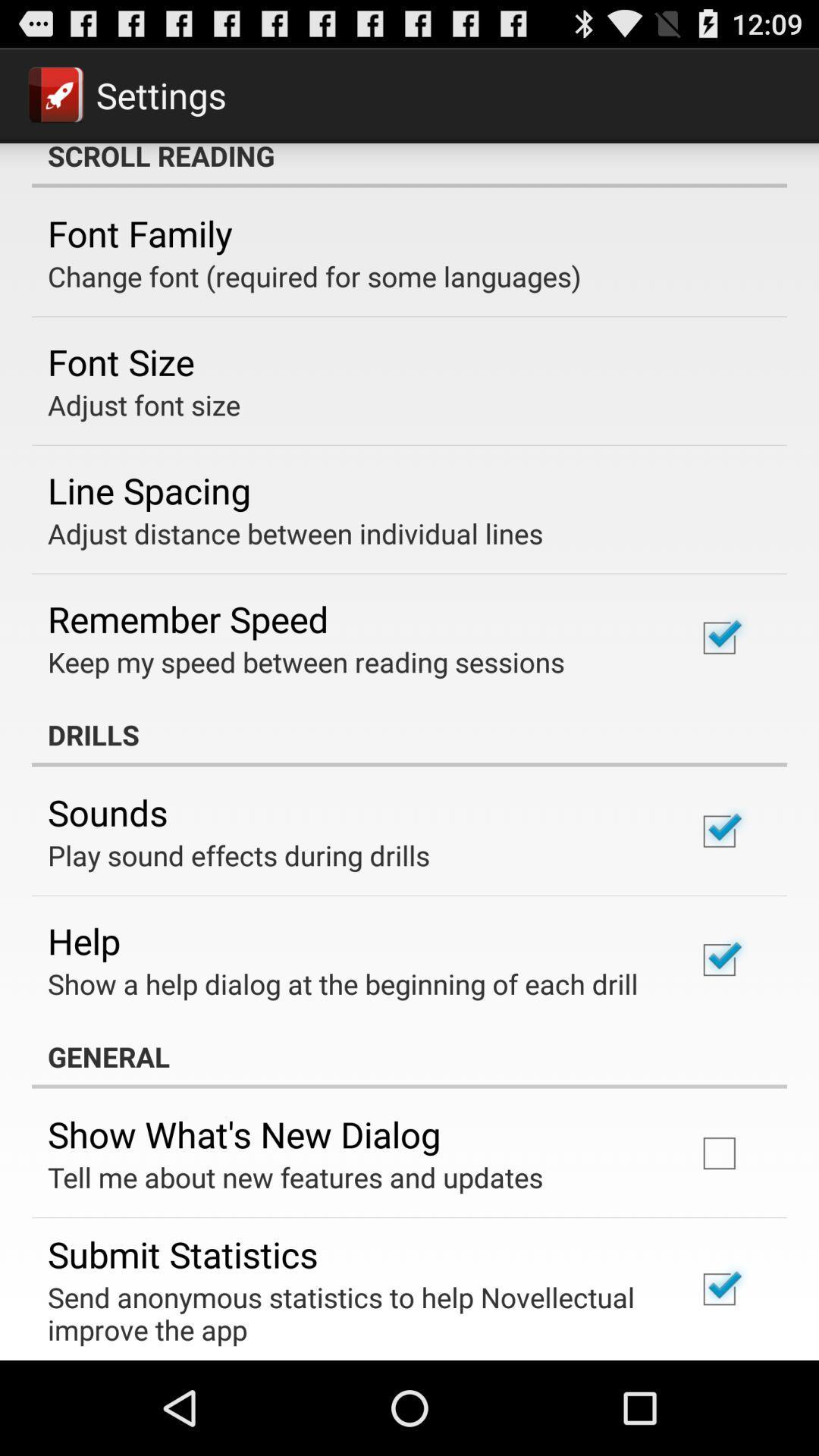 The width and height of the screenshot is (819, 1456). Describe the element at coordinates (187, 619) in the screenshot. I see `item above the keep my speed app` at that location.